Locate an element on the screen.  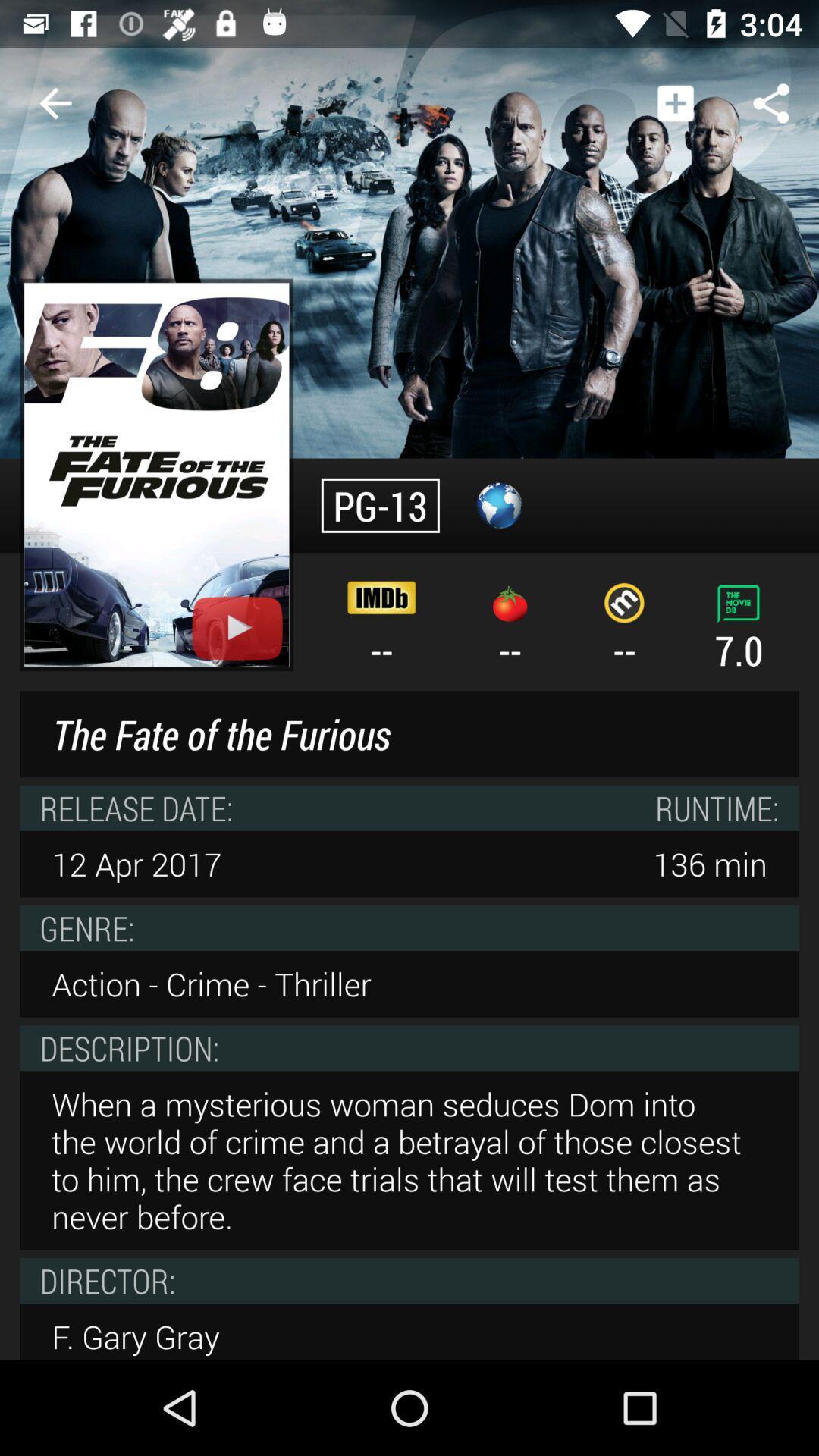
app next to   icon is located at coordinates (675, 102).